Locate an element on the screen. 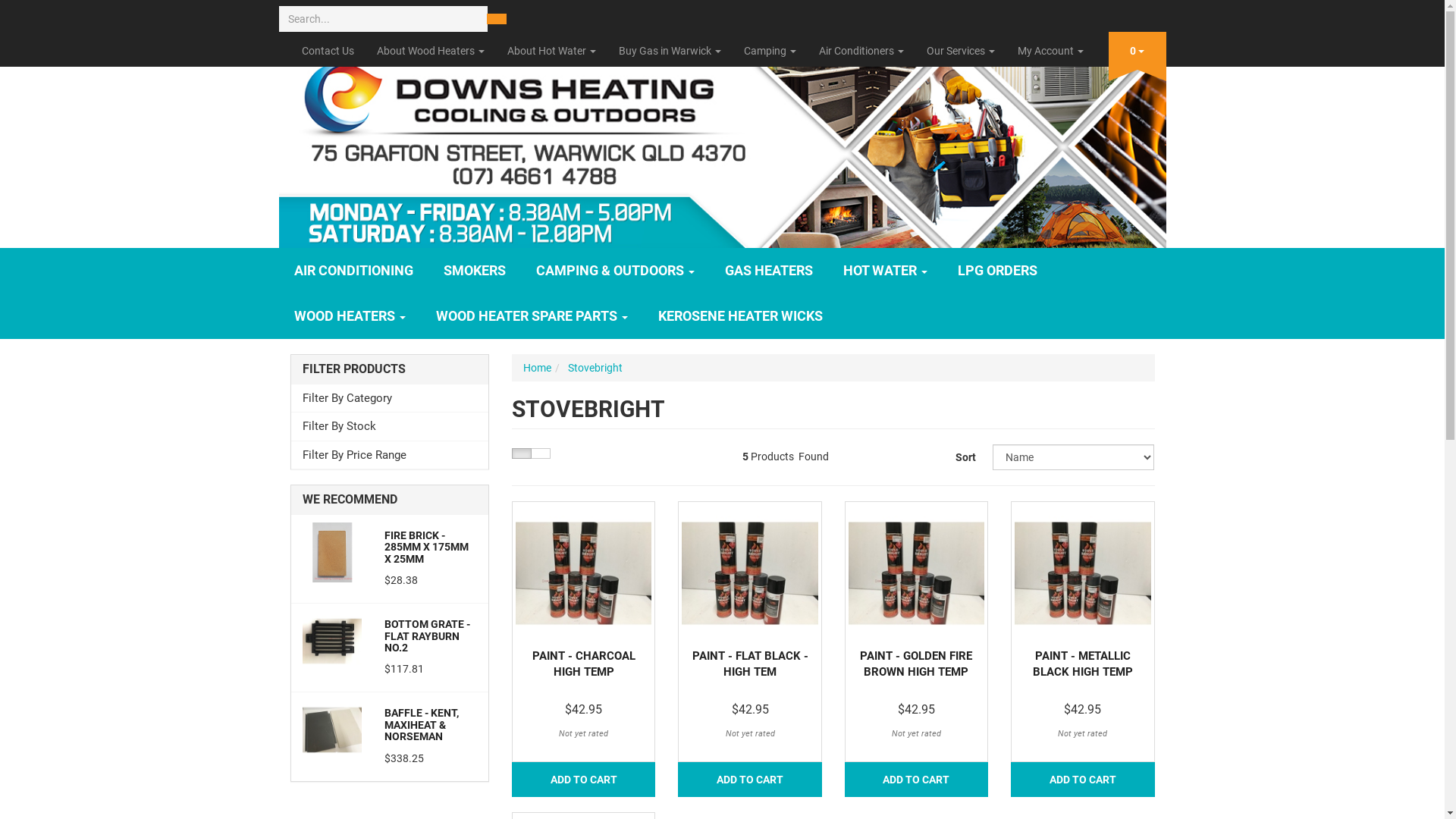  'Bottom Grate - Flat Rayburn No.2' is located at coordinates (331, 640).